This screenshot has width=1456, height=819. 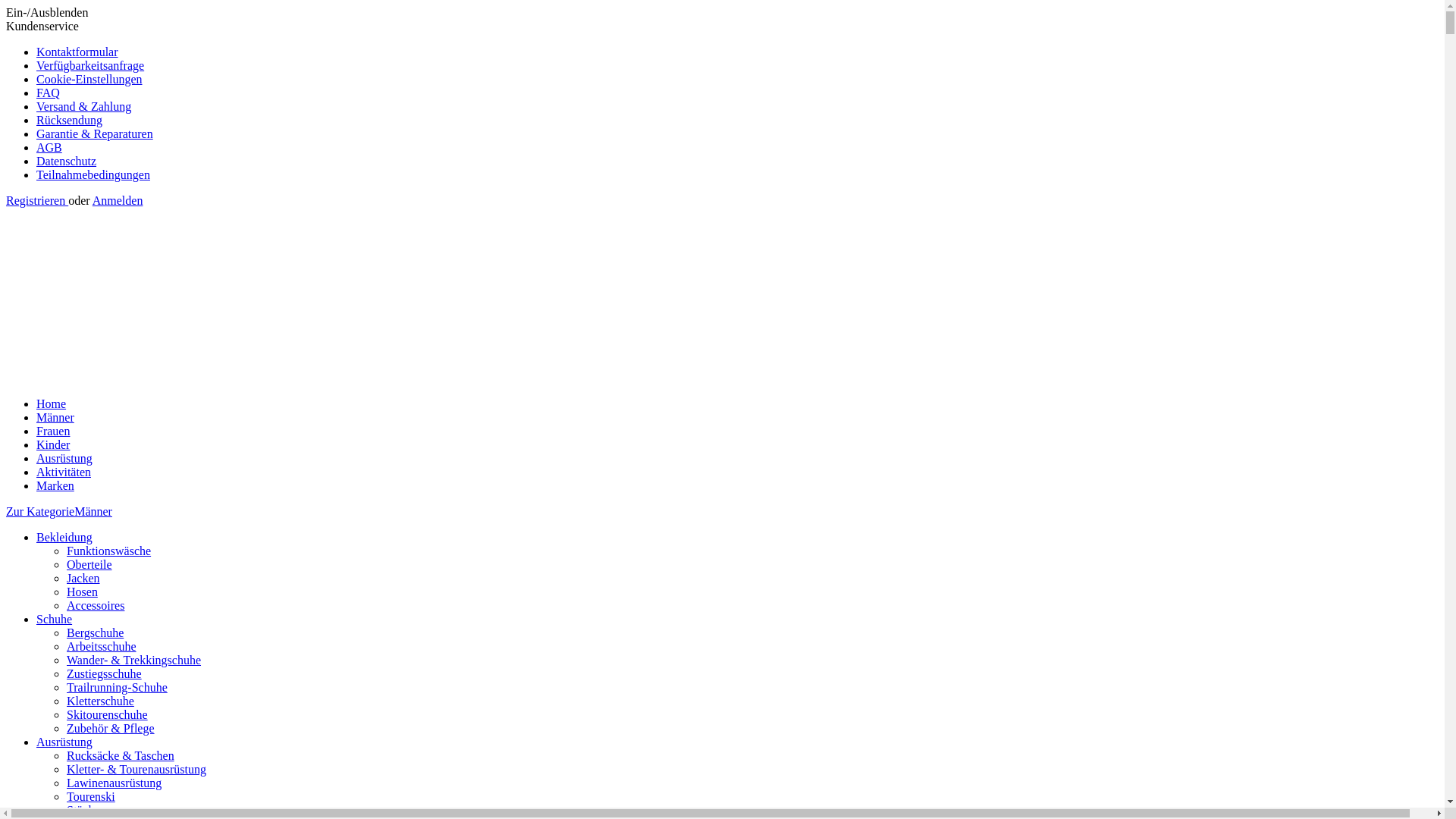 I want to click on 'AGB', so click(x=49, y=147).